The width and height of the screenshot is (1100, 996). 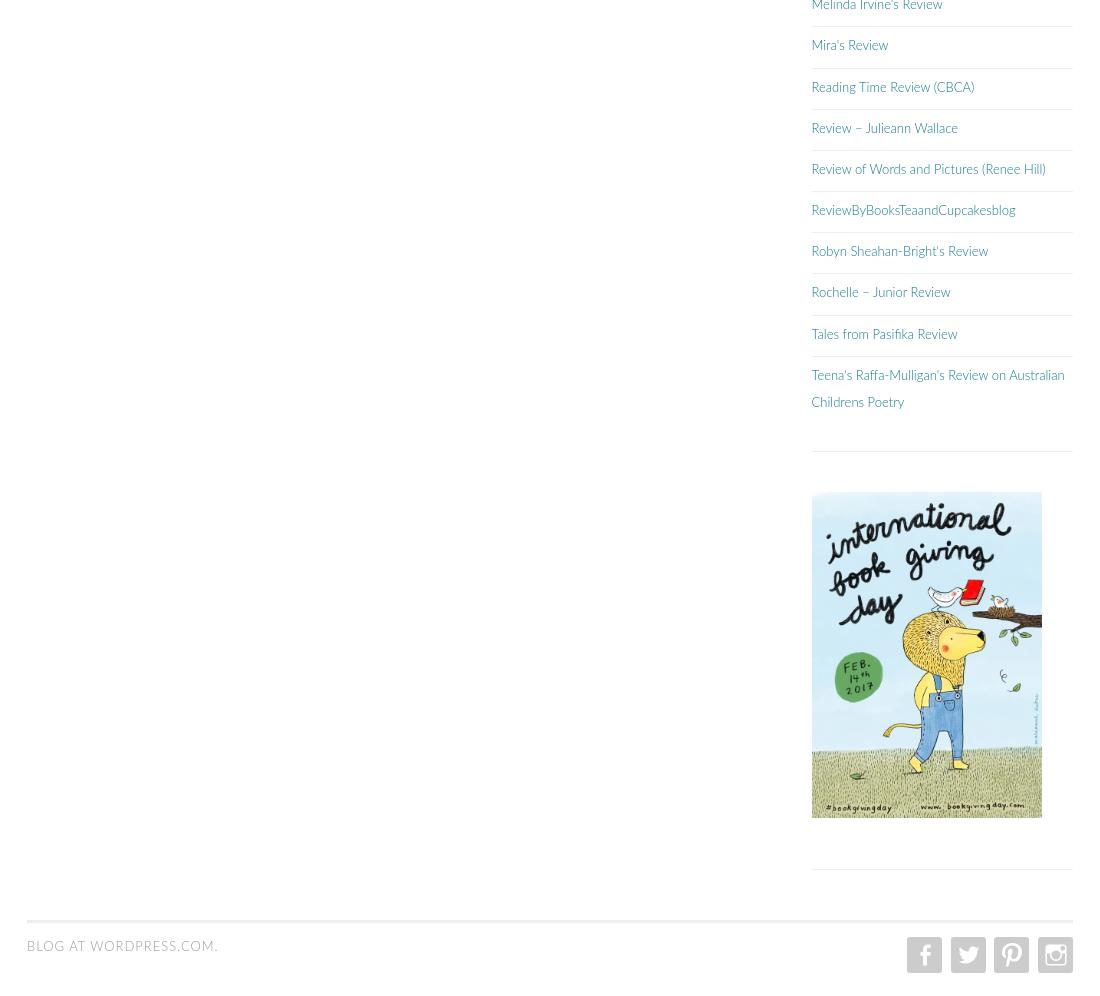 I want to click on 'ReviewByBooksTeaandCupcakesblog', so click(x=913, y=210).